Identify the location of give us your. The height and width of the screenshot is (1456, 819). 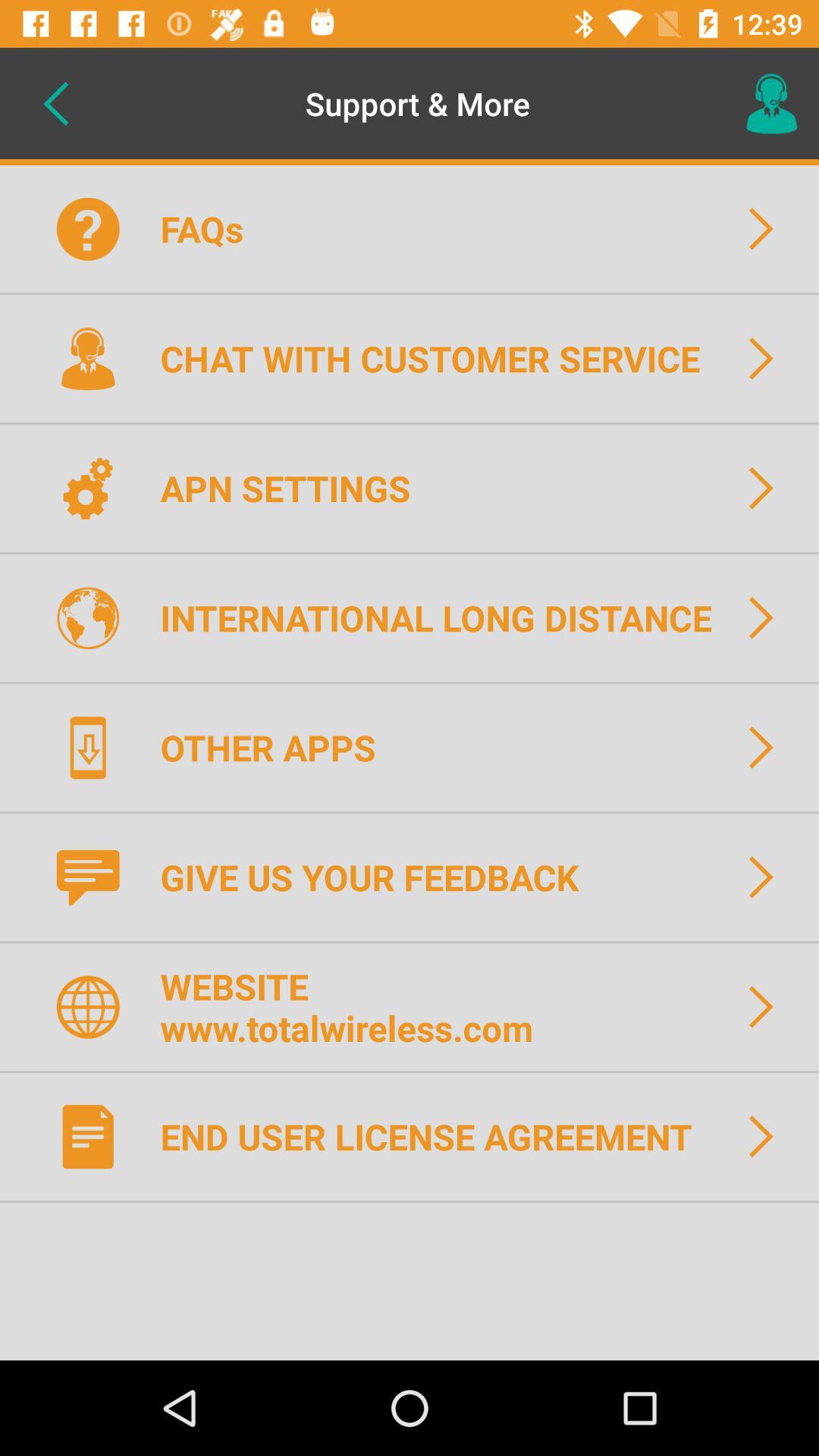
(378, 877).